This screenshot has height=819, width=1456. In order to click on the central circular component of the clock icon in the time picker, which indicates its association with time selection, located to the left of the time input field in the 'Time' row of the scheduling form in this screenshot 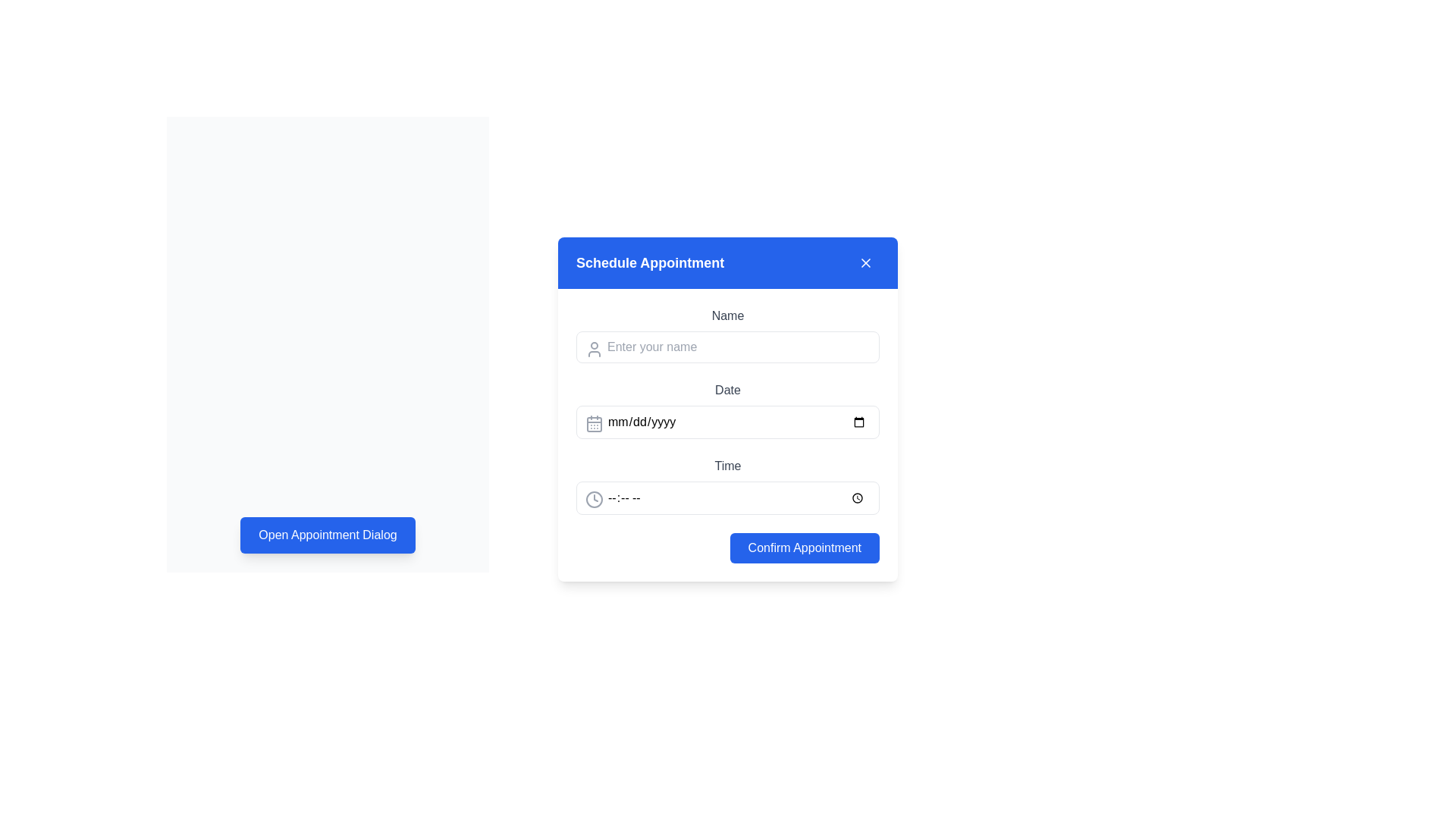, I will do `click(593, 500)`.